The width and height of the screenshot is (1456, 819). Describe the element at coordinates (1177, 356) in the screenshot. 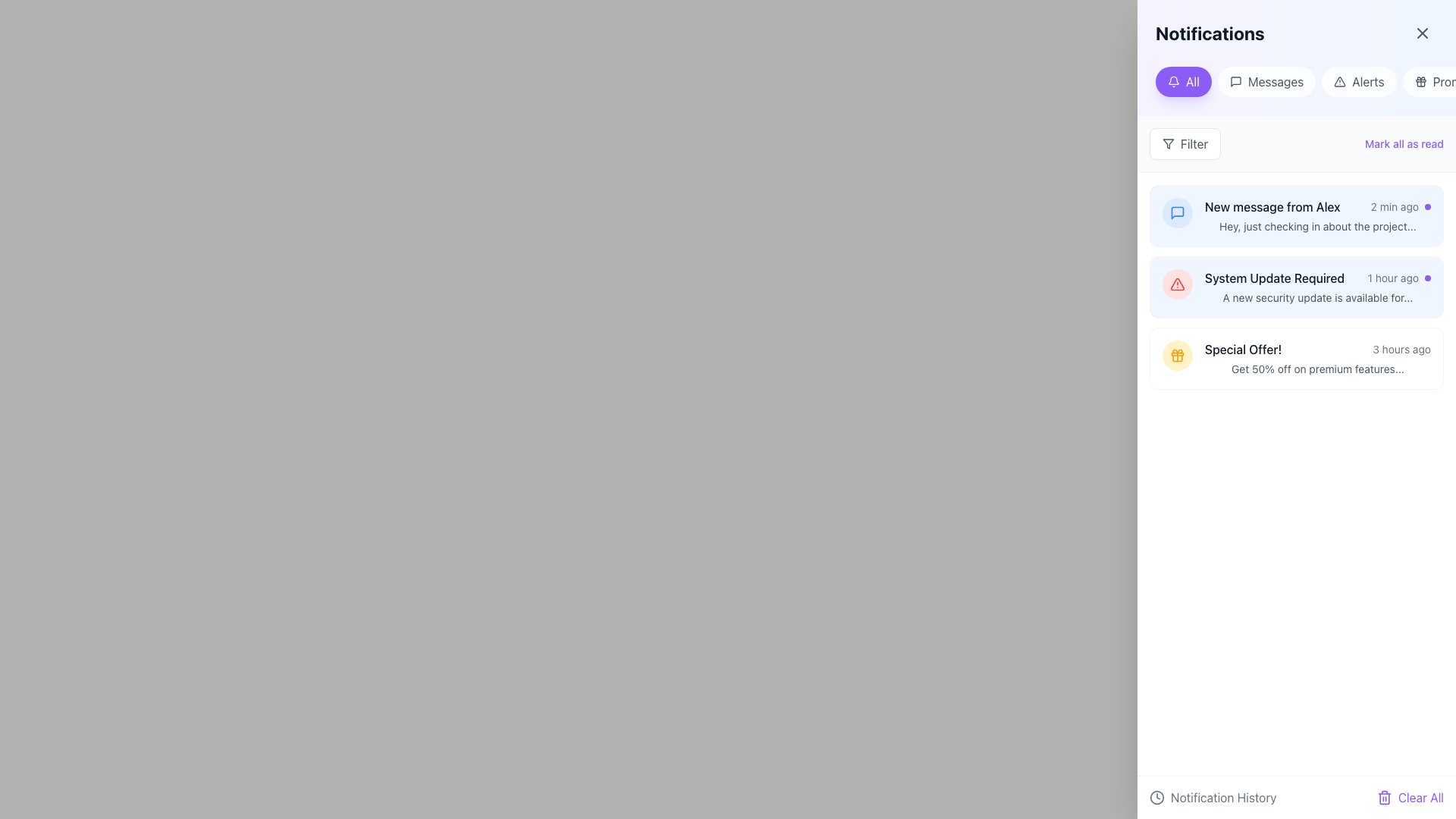

I see `the gift box icon on the left side of the 'Special Offer!' notification` at that location.